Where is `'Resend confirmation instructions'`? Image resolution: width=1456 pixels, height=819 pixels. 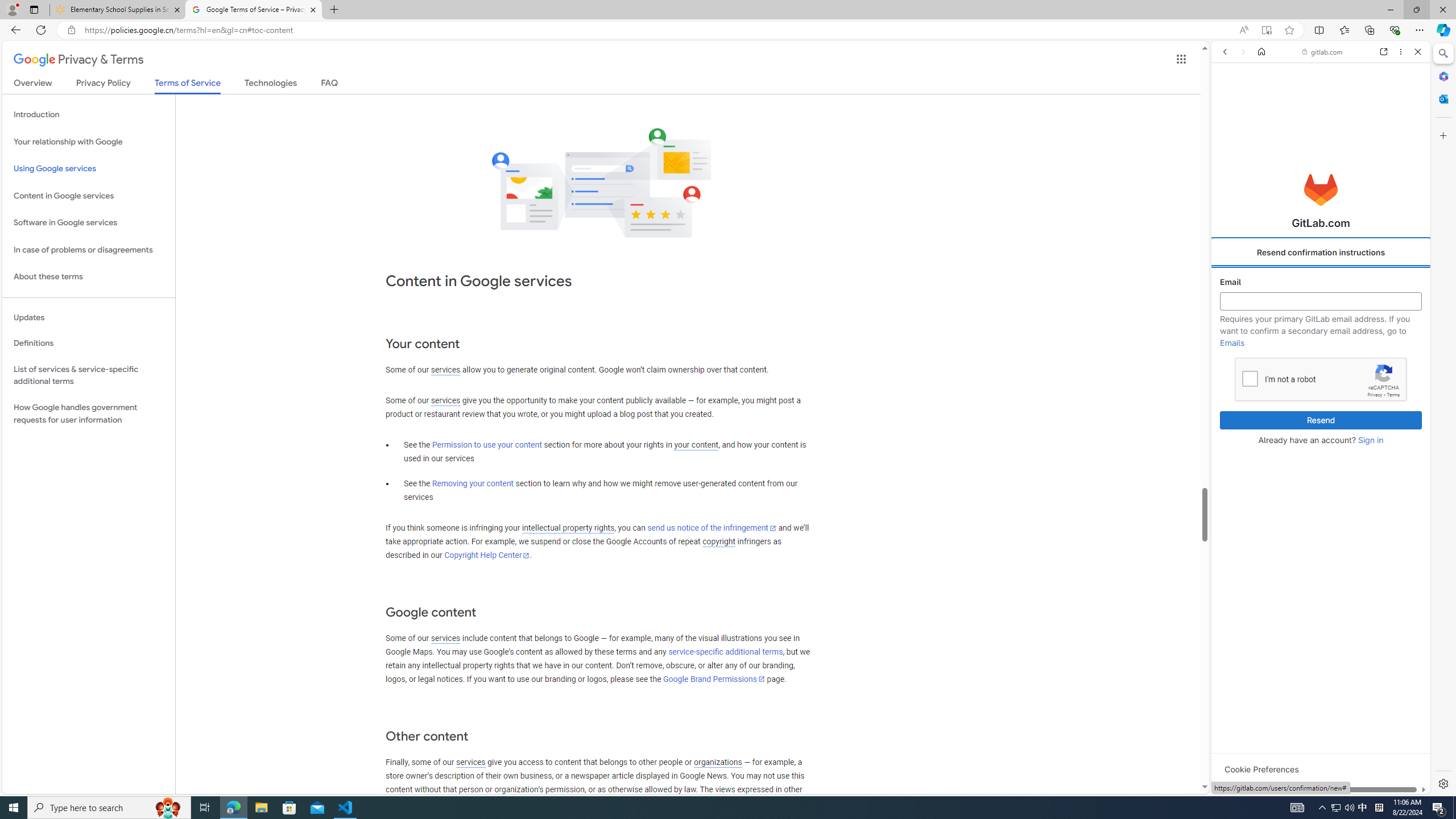
'Resend confirmation instructions' is located at coordinates (1321, 253).